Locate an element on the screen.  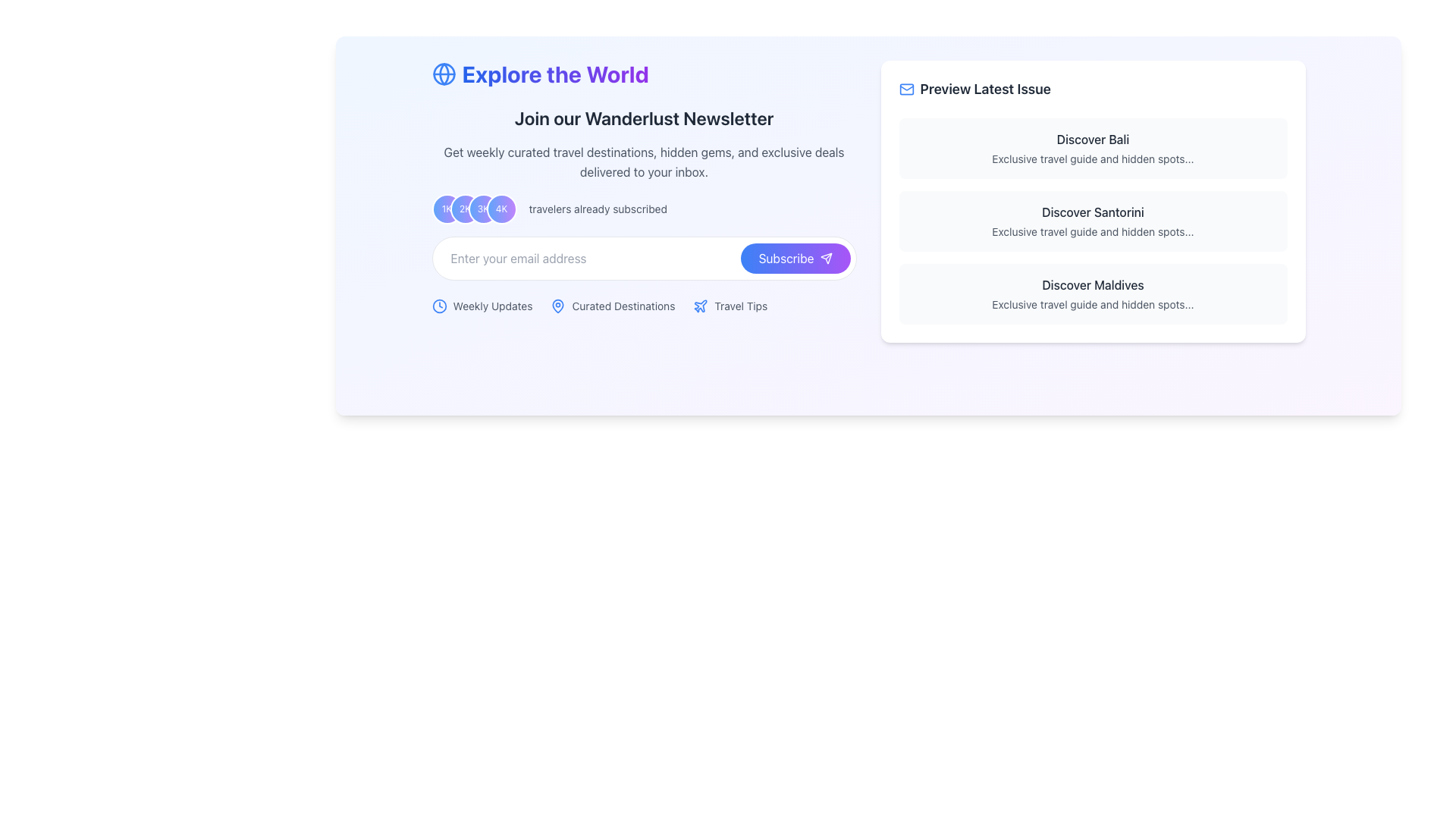
the static text content that provides a brief description under the title 'Discover Bali' in the clickable card interface of the 'Preview Latest Issue' section is located at coordinates (1093, 158).